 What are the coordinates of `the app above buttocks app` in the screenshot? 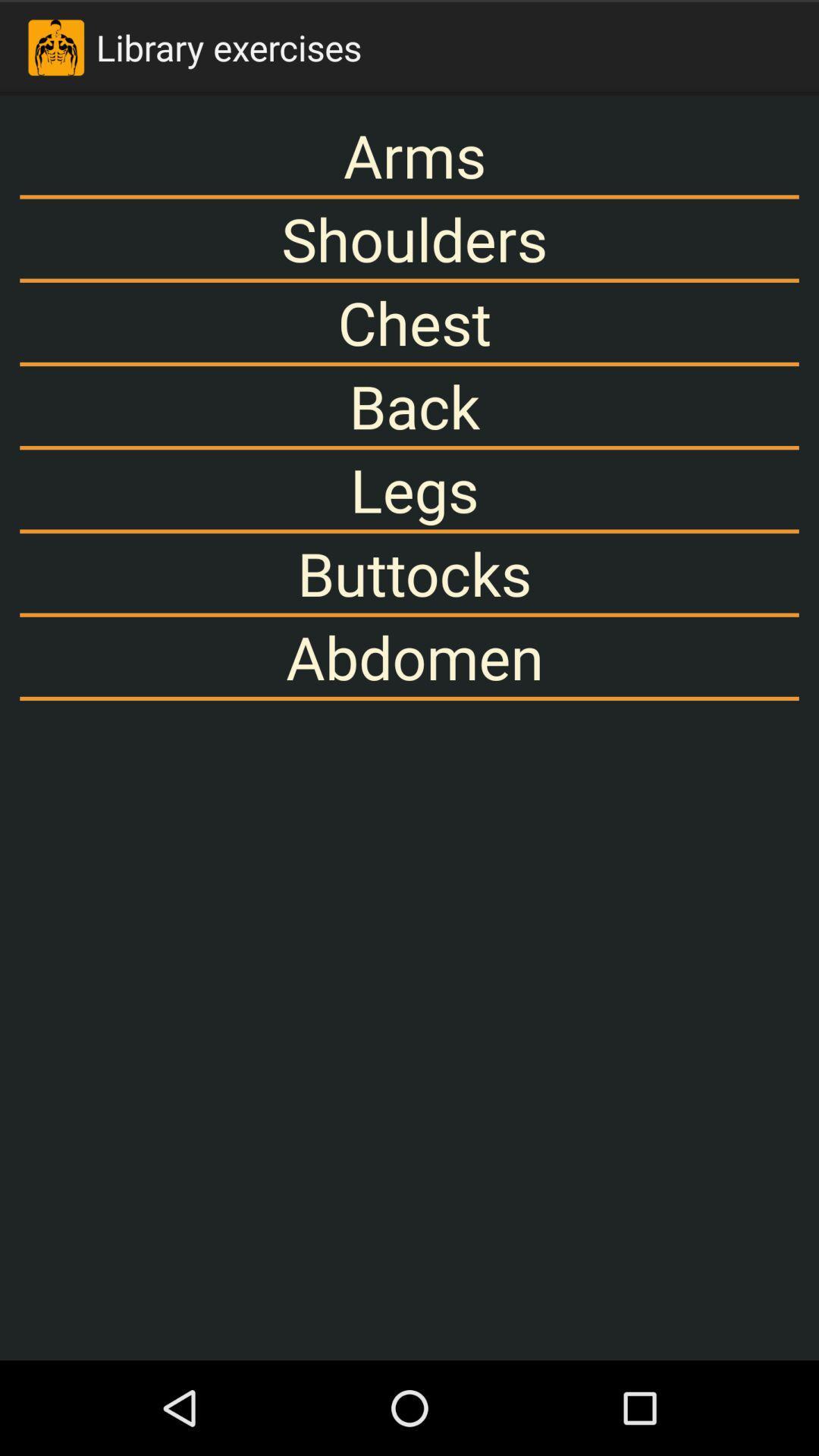 It's located at (409, 489).